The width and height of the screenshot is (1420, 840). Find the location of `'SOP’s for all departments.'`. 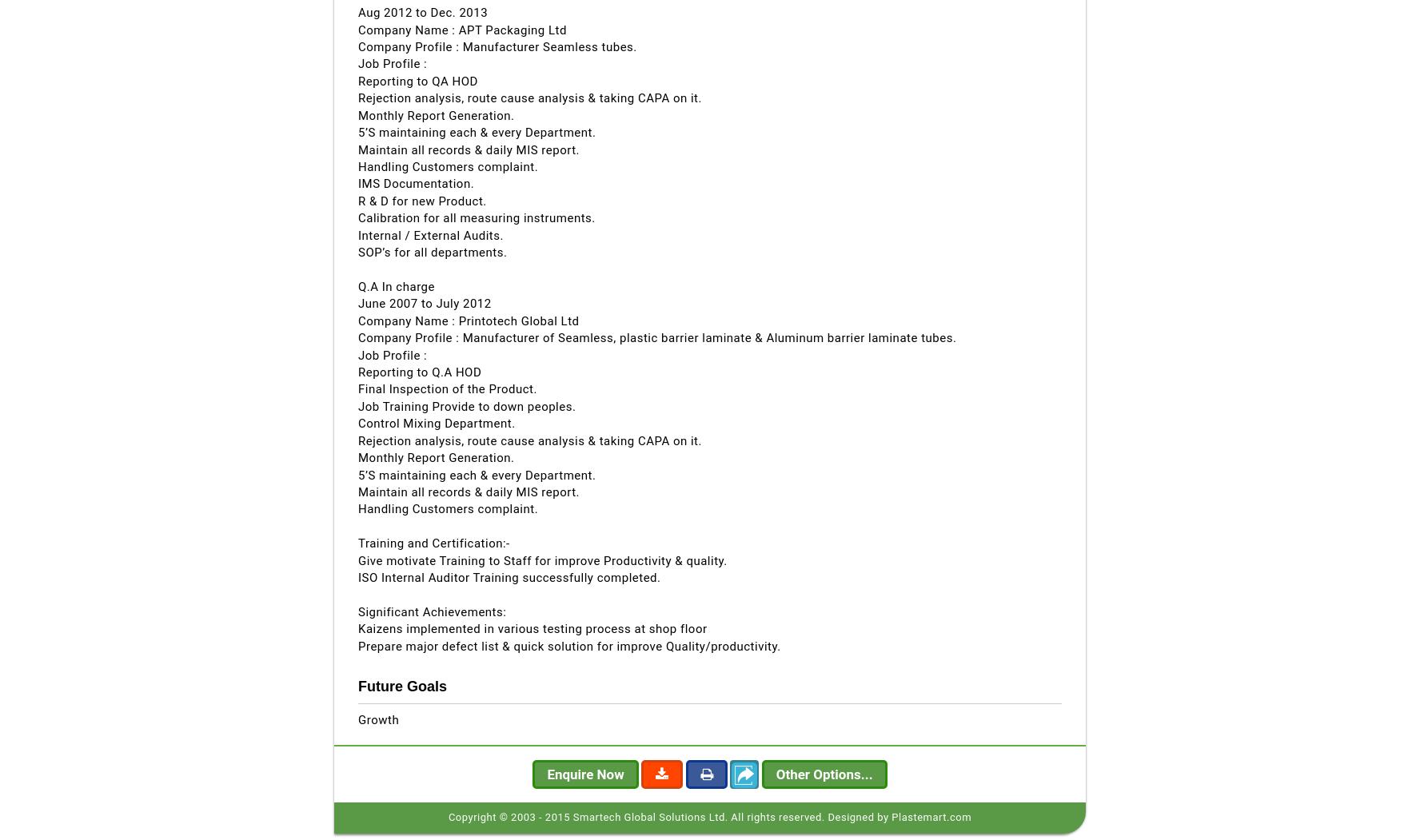

'SOP’s for all departments.' is located at coordinates (357, 252).